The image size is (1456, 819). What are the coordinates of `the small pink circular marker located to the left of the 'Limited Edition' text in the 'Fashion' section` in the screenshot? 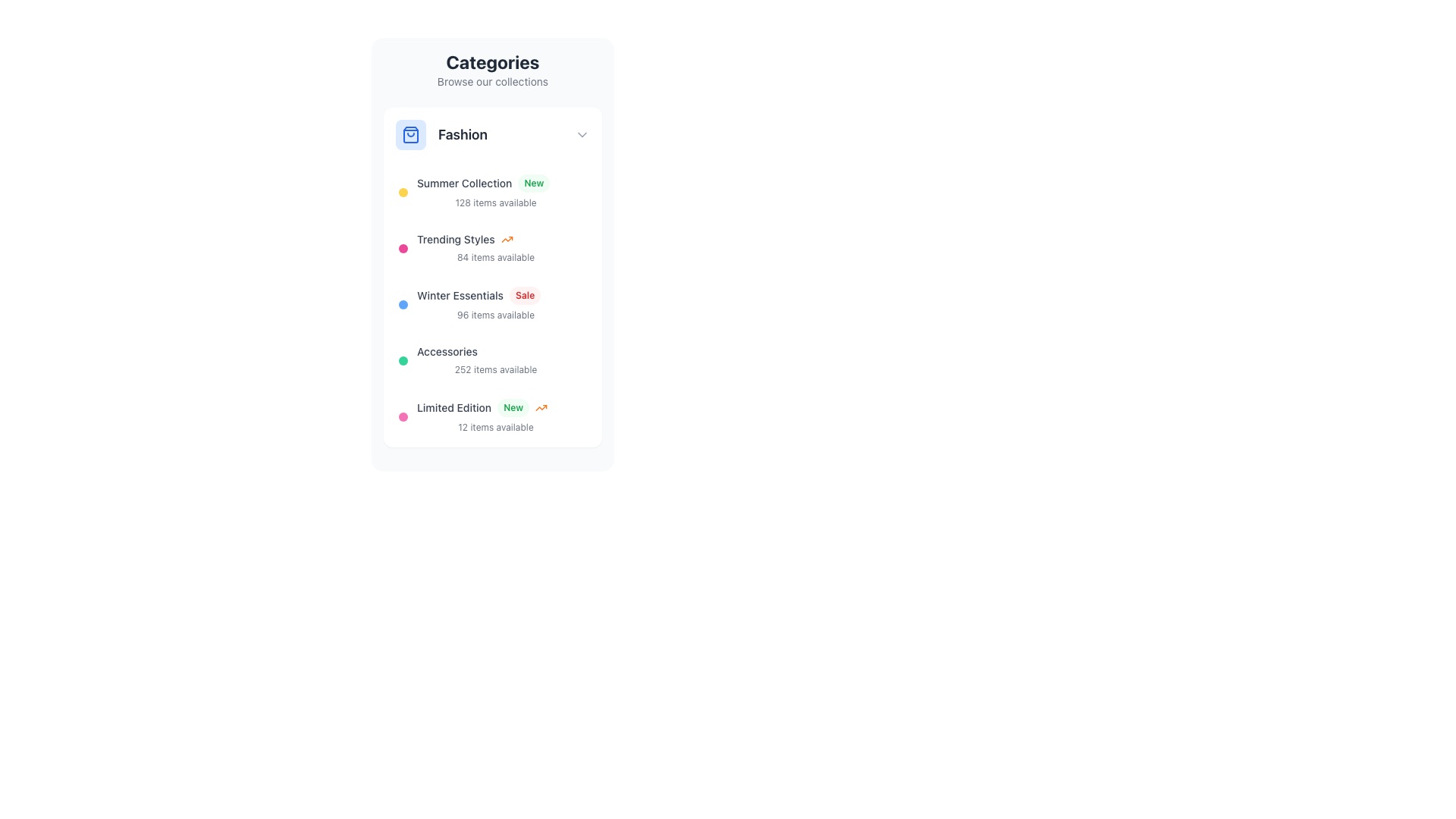 It's located at (403, 417).